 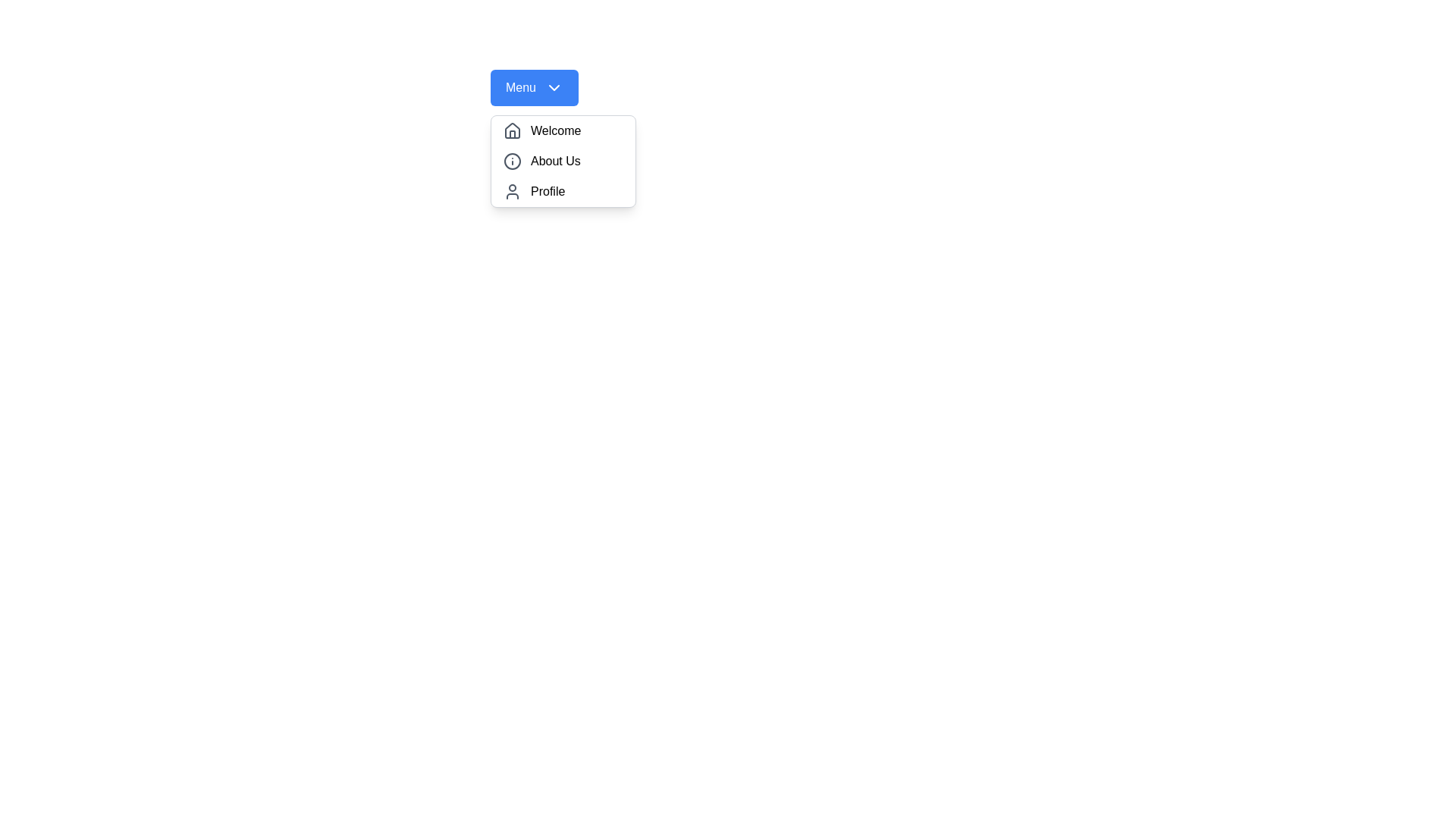 What do you see at coordinates (563, 191) in the screenshot?
I see `the 'Profile' option in the menu` at bounding box center [563, 191].